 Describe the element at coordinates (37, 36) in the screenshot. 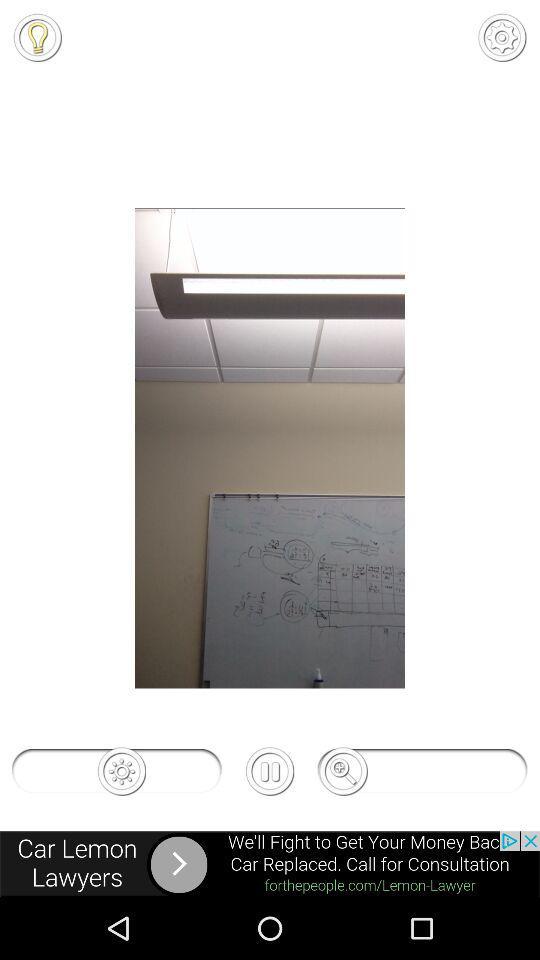

I see `open lighting` at that location.